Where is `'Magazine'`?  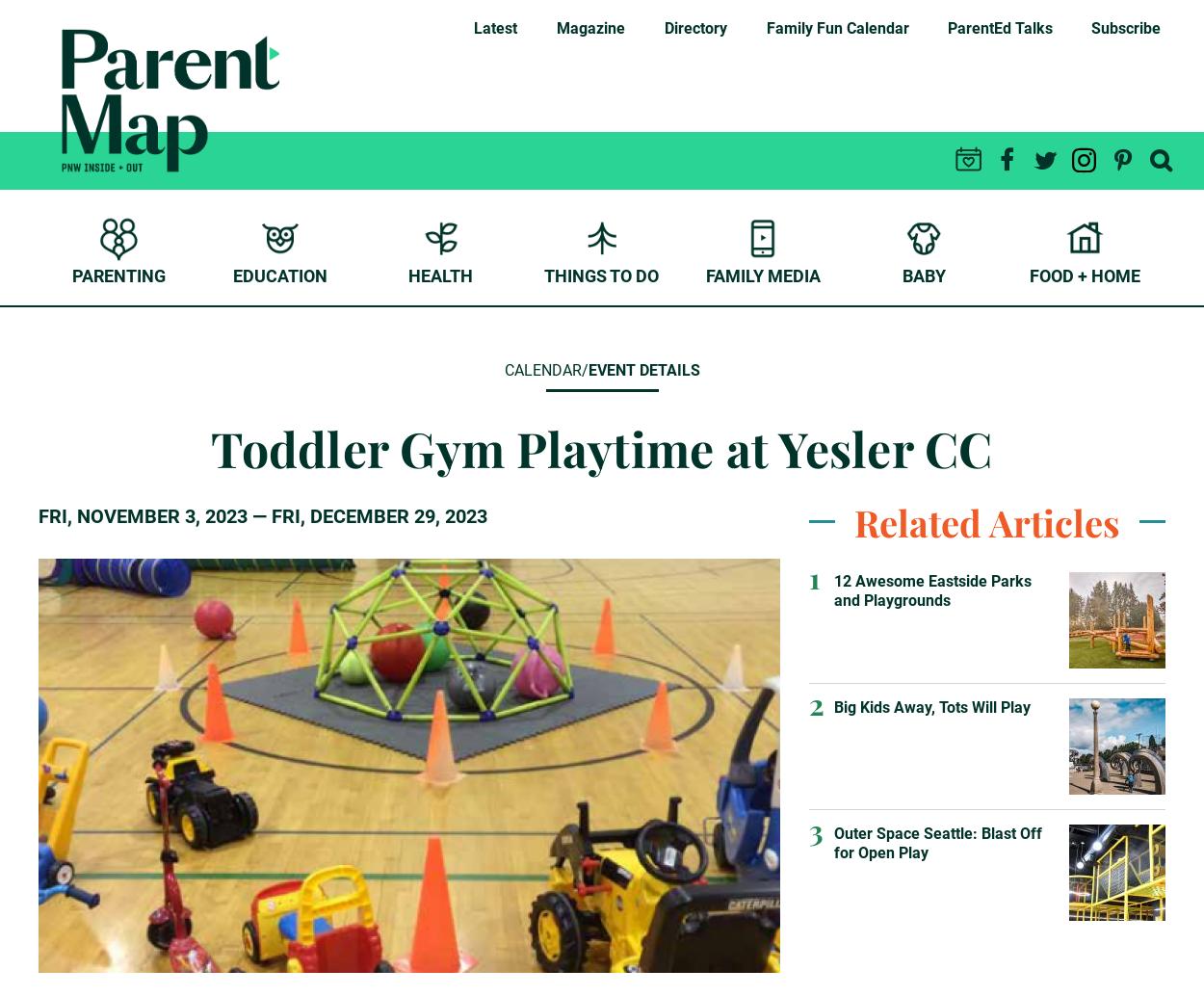 'Magazine' is located at coordinates (556, 28).